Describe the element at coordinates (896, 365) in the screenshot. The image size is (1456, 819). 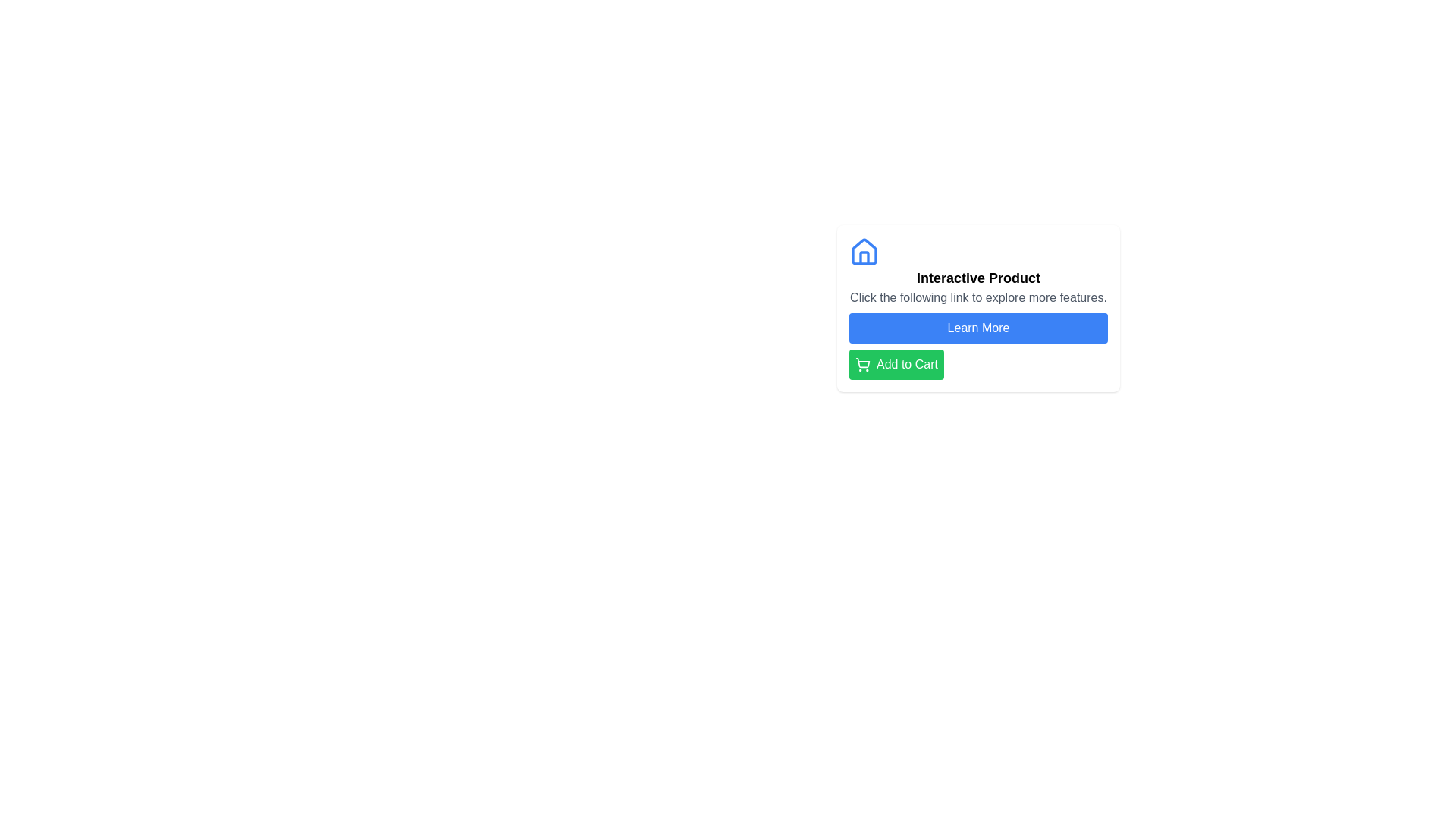
I see `the 'Add to Cart' button, which is a green rectangular button with rounded corners and white text, positioned below the 'Learn More' button` at that location.